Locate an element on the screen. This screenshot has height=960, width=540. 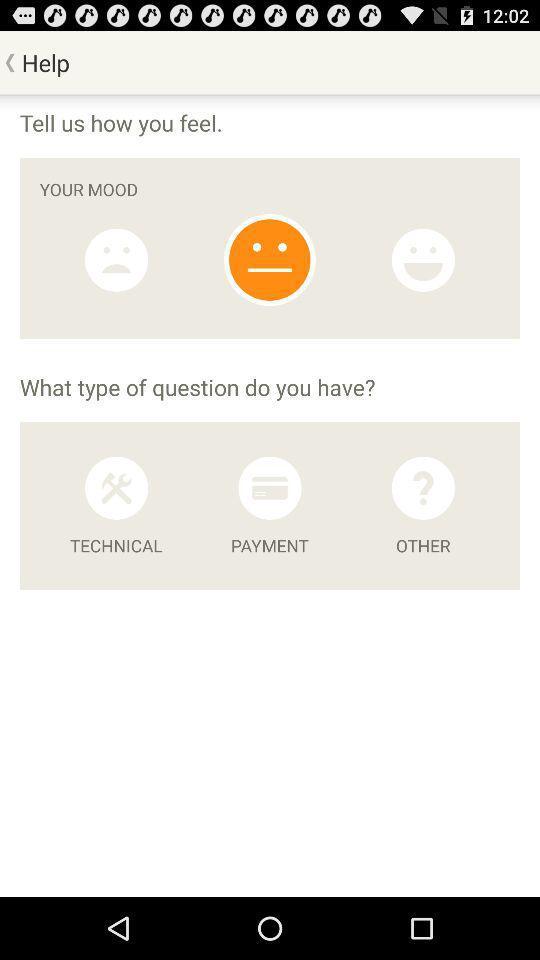
option emojios is located at coordinates (422, 259).